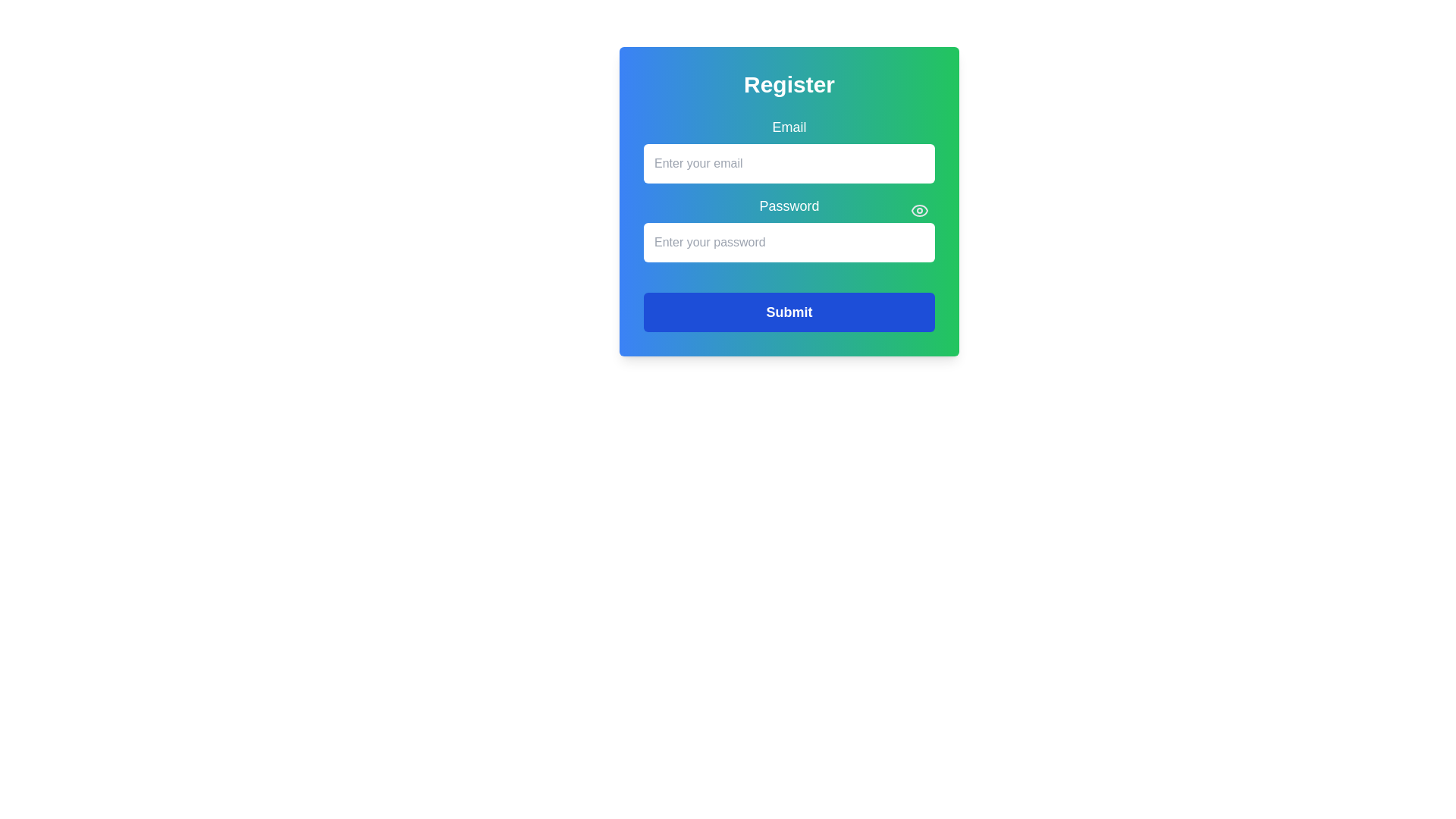  I want to click on the eye icon used to toggle password visibility in the registration form, so click(919, 210).